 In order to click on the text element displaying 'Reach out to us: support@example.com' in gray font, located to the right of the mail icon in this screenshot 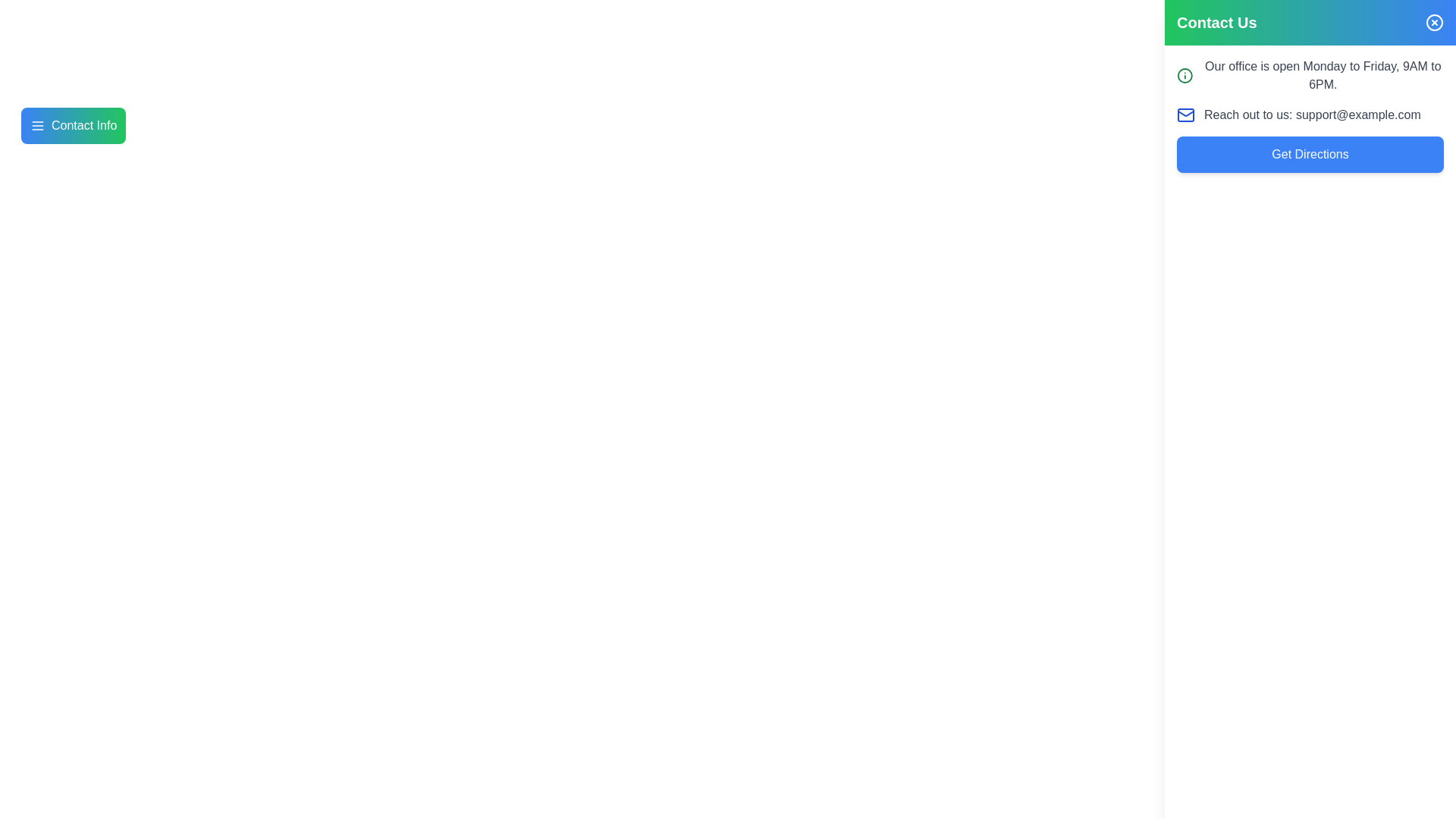, I will do `click(1311, 114)`.